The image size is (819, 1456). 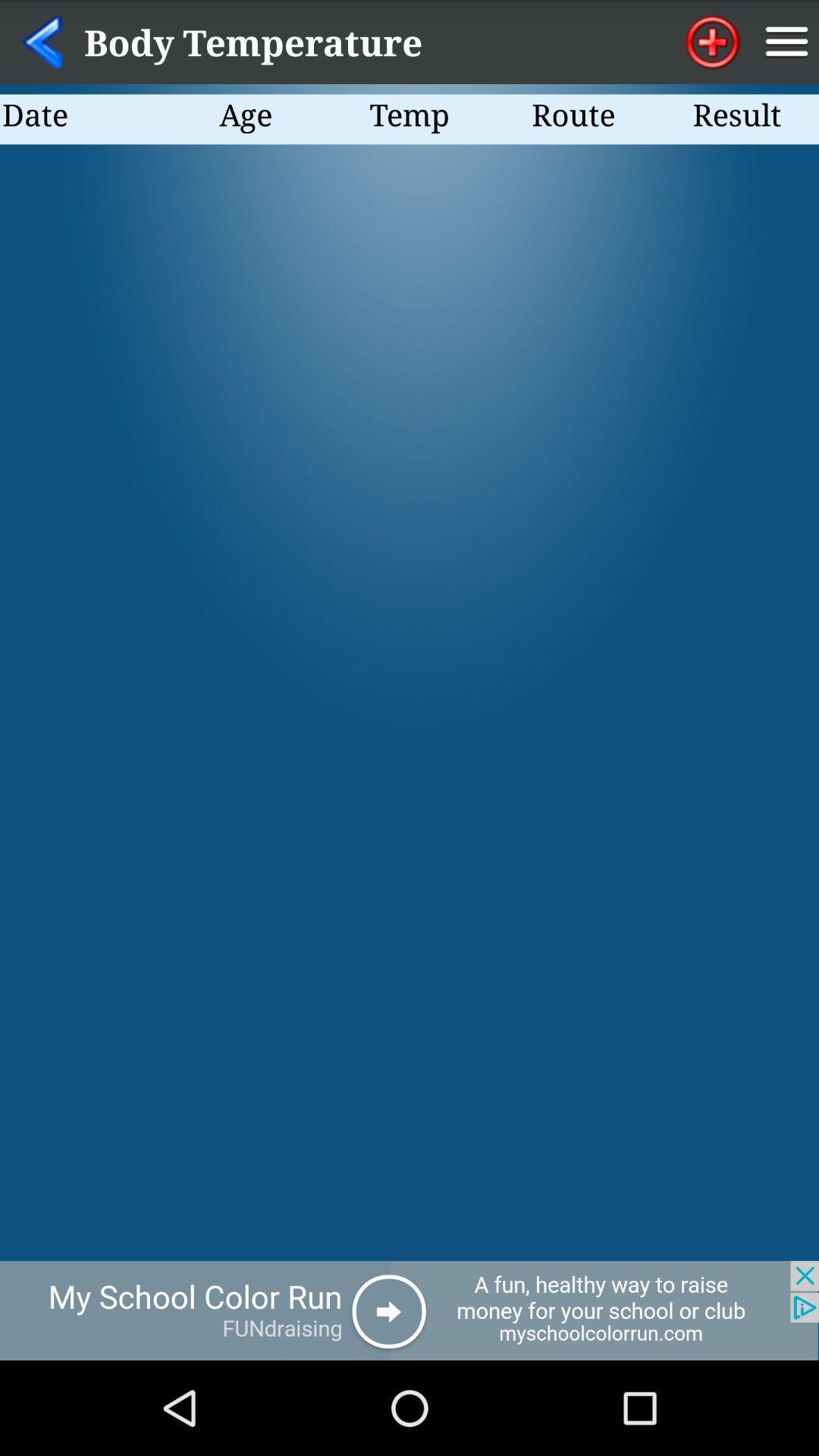 I want to click on notification, so click(x=786, y=42).